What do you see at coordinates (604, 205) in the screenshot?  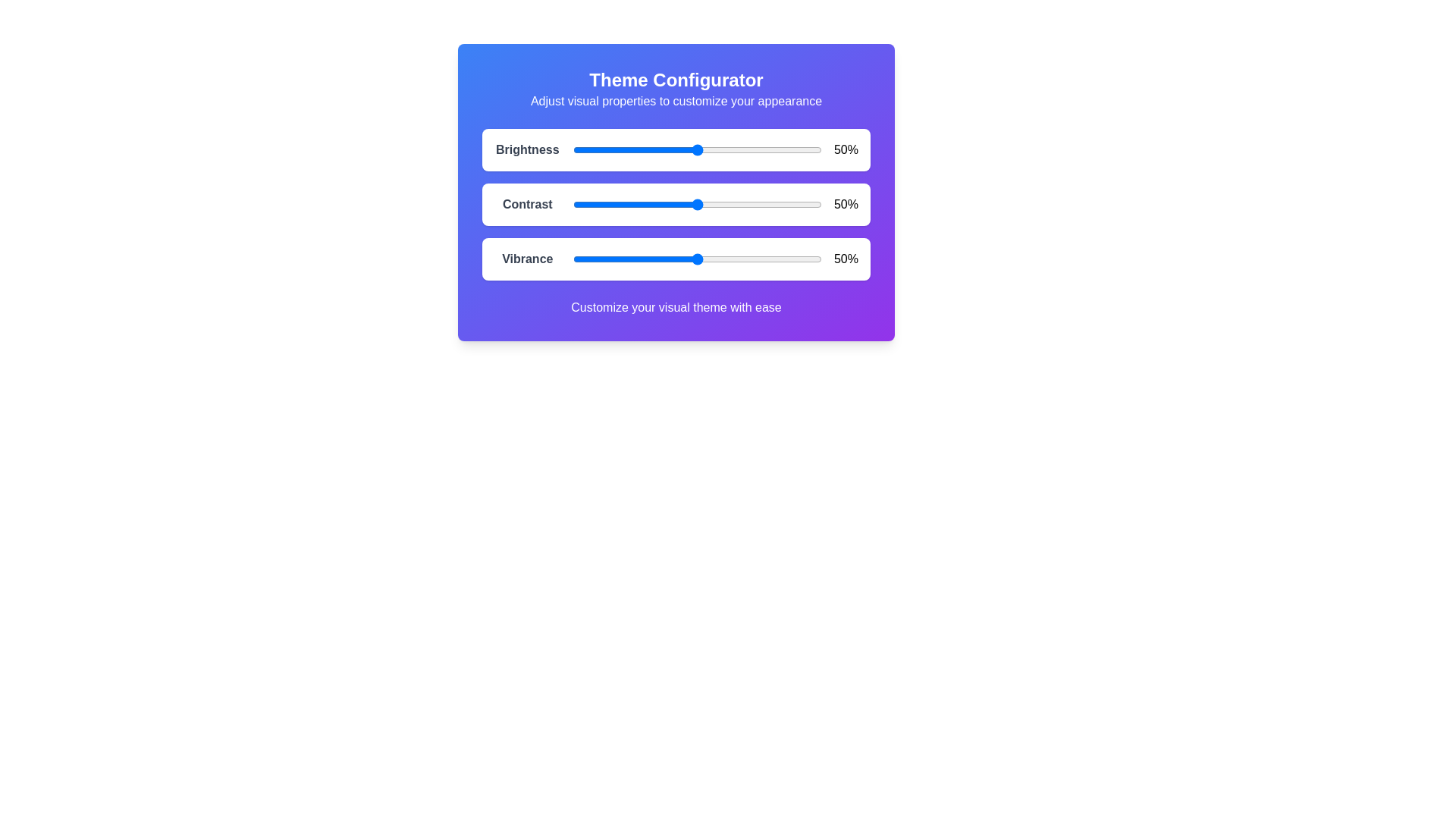 I see `the contrast slider to 13%` at bounding box center [604, 205].